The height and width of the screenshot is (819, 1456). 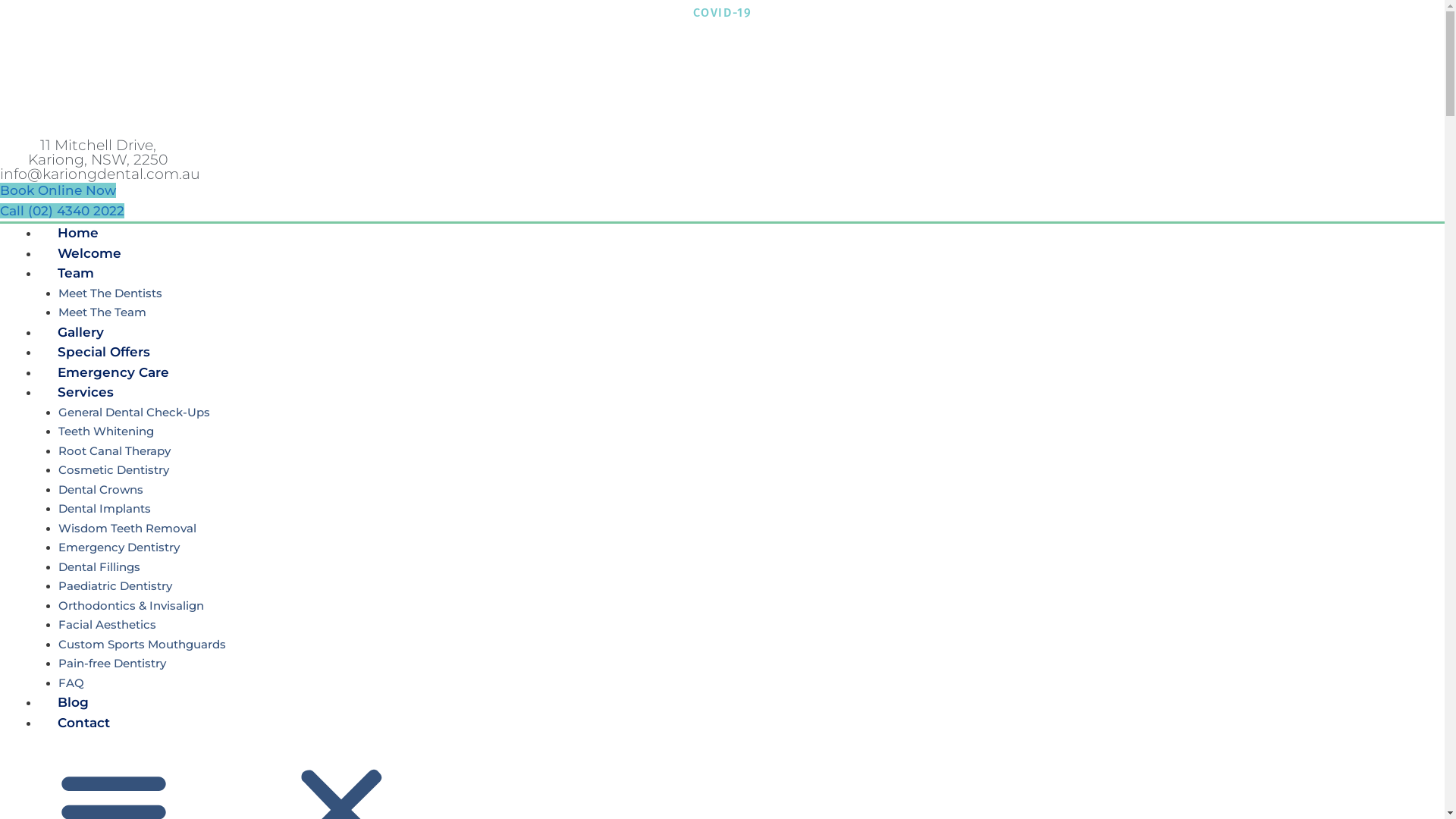 I want to click on 'Team', so click(x=75, y=271).